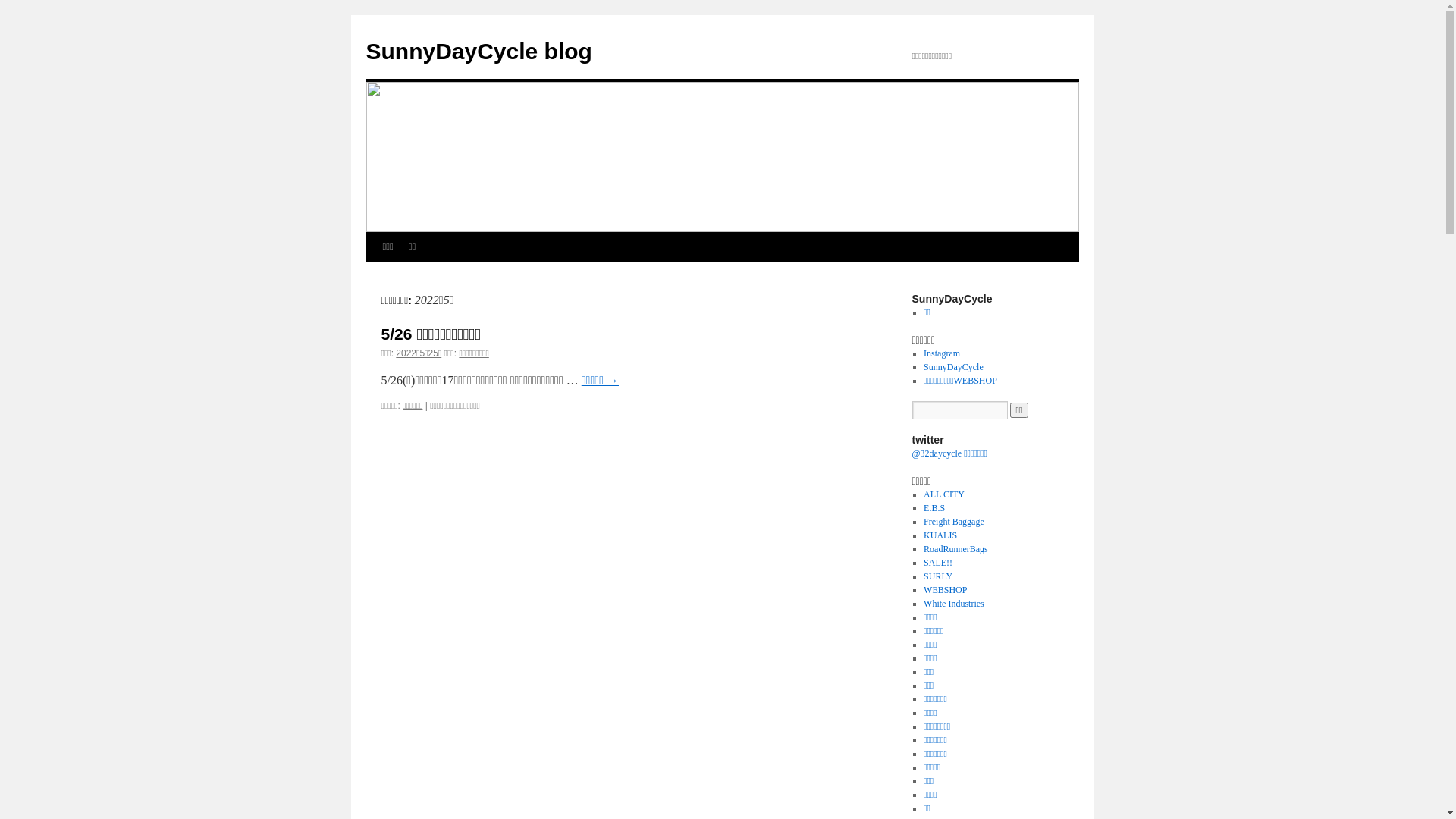  I want to click on 'KUALIS', so click(923, 534).